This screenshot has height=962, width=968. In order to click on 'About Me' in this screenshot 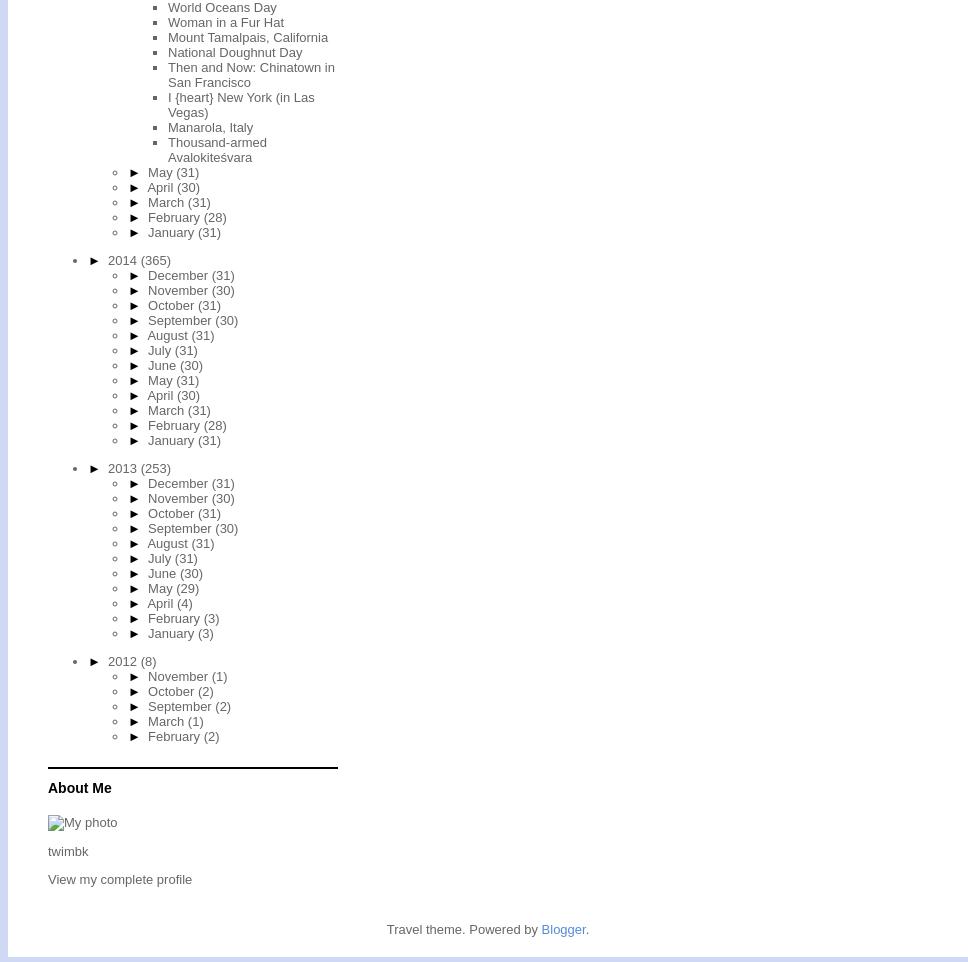, I will do `click(78, 786)`.